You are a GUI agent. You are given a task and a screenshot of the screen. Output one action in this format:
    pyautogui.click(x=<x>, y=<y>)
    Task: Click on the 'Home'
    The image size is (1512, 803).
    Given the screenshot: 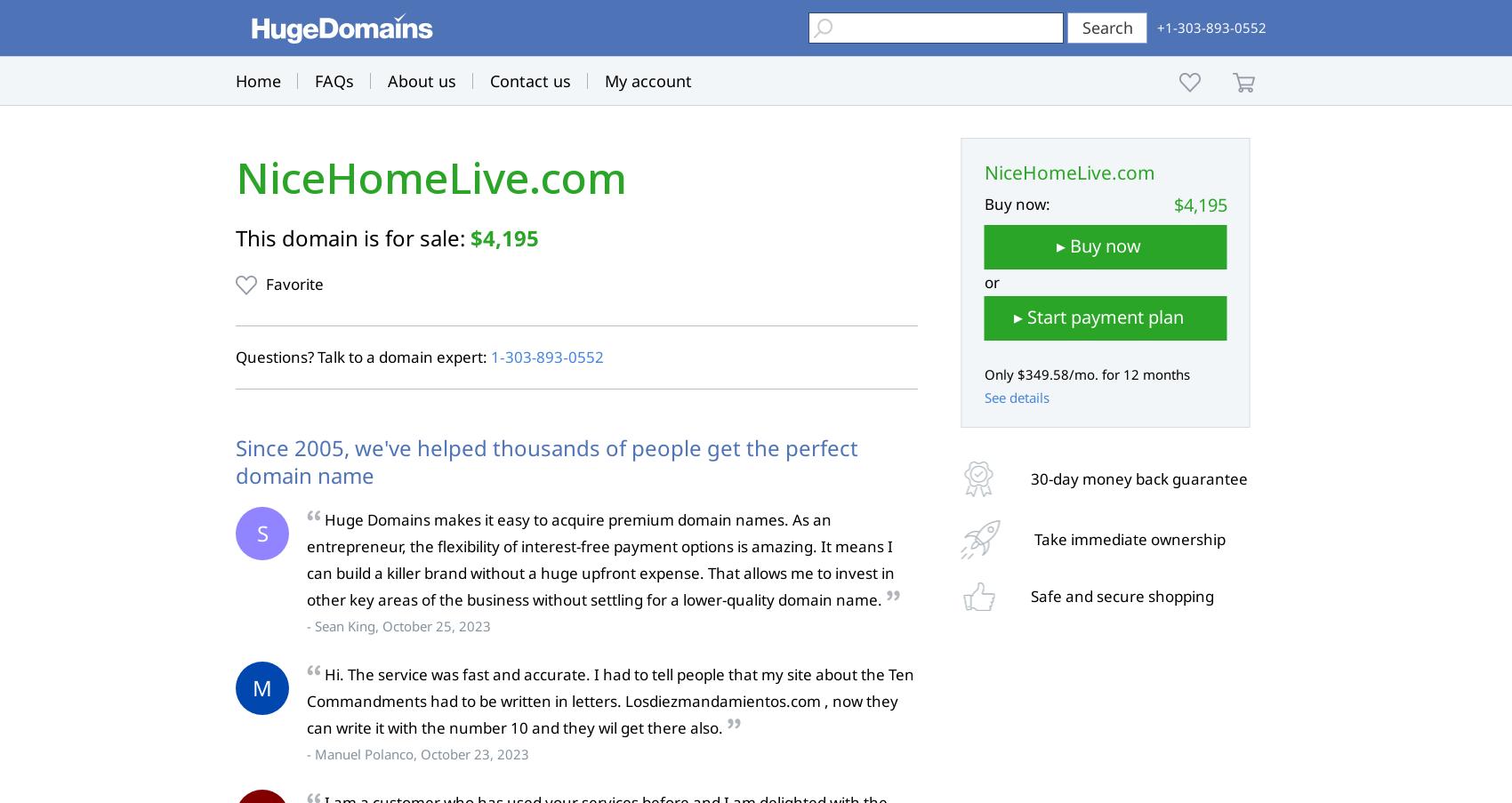 What is the action you would take?
    pyautogui.click(x=258, y=81)
    